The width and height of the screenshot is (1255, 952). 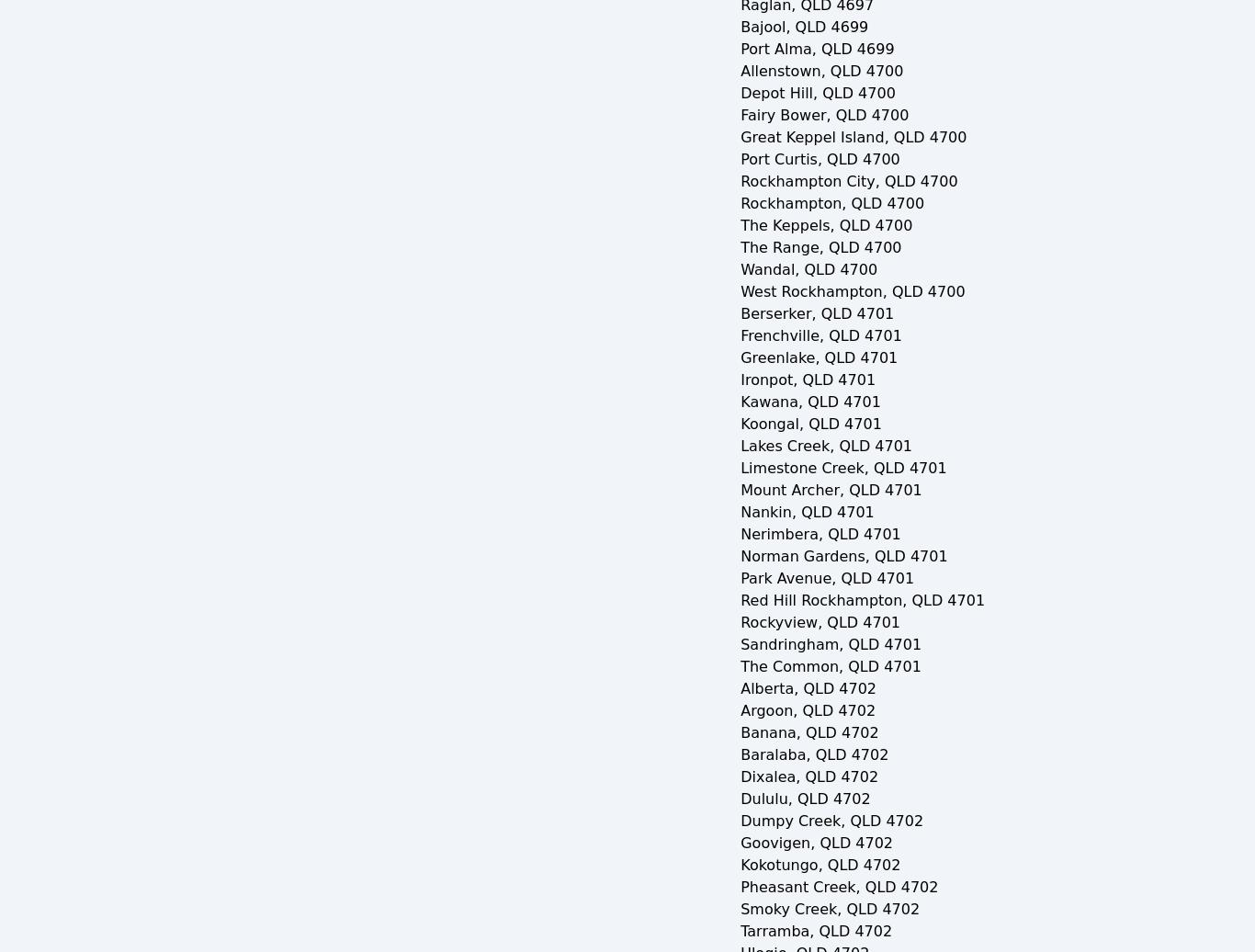 I want to click on 'Bajool, QLD 4699', so click(x=803, y=27).